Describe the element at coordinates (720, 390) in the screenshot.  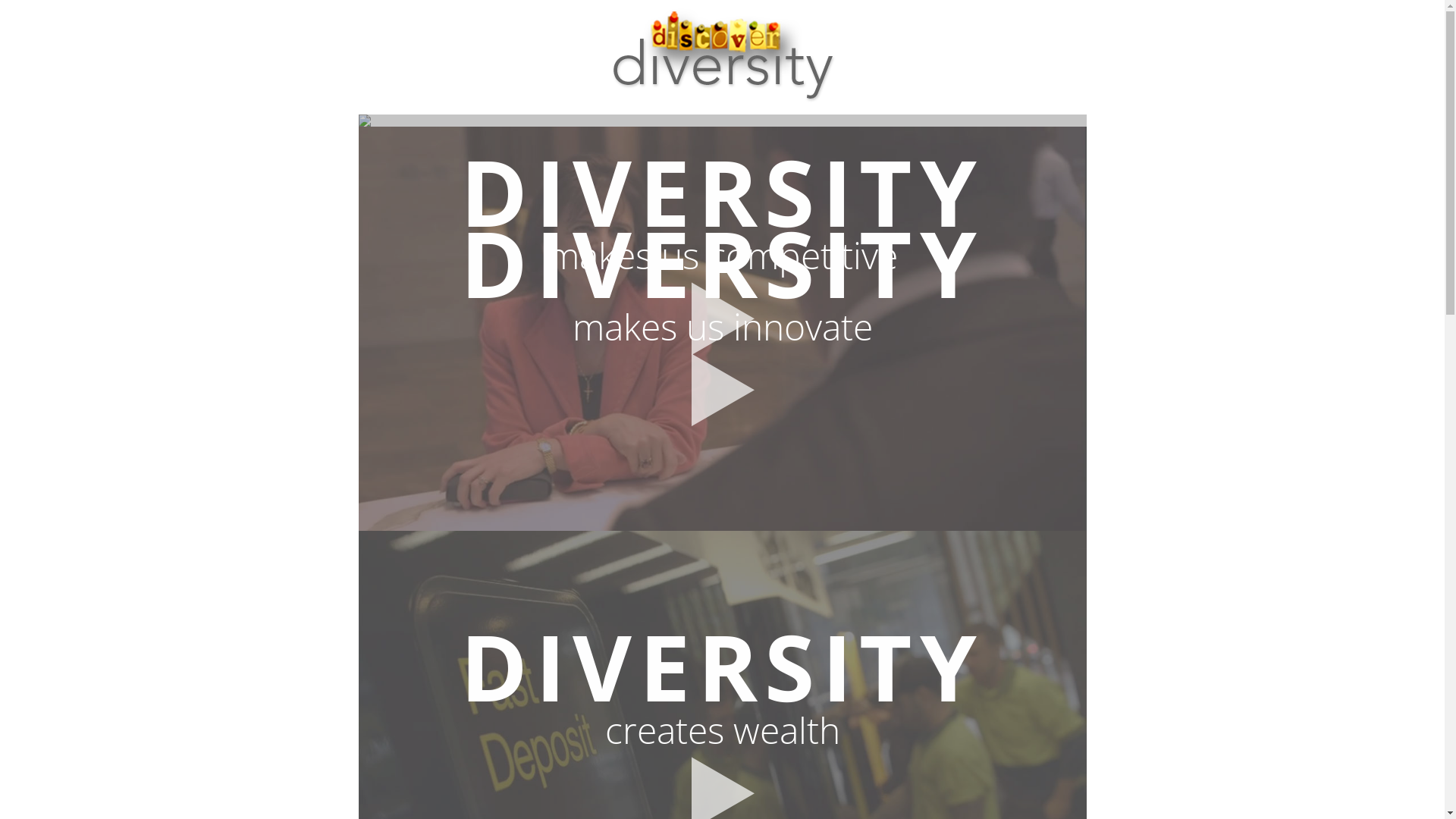
I see `'Play video'` at that location.